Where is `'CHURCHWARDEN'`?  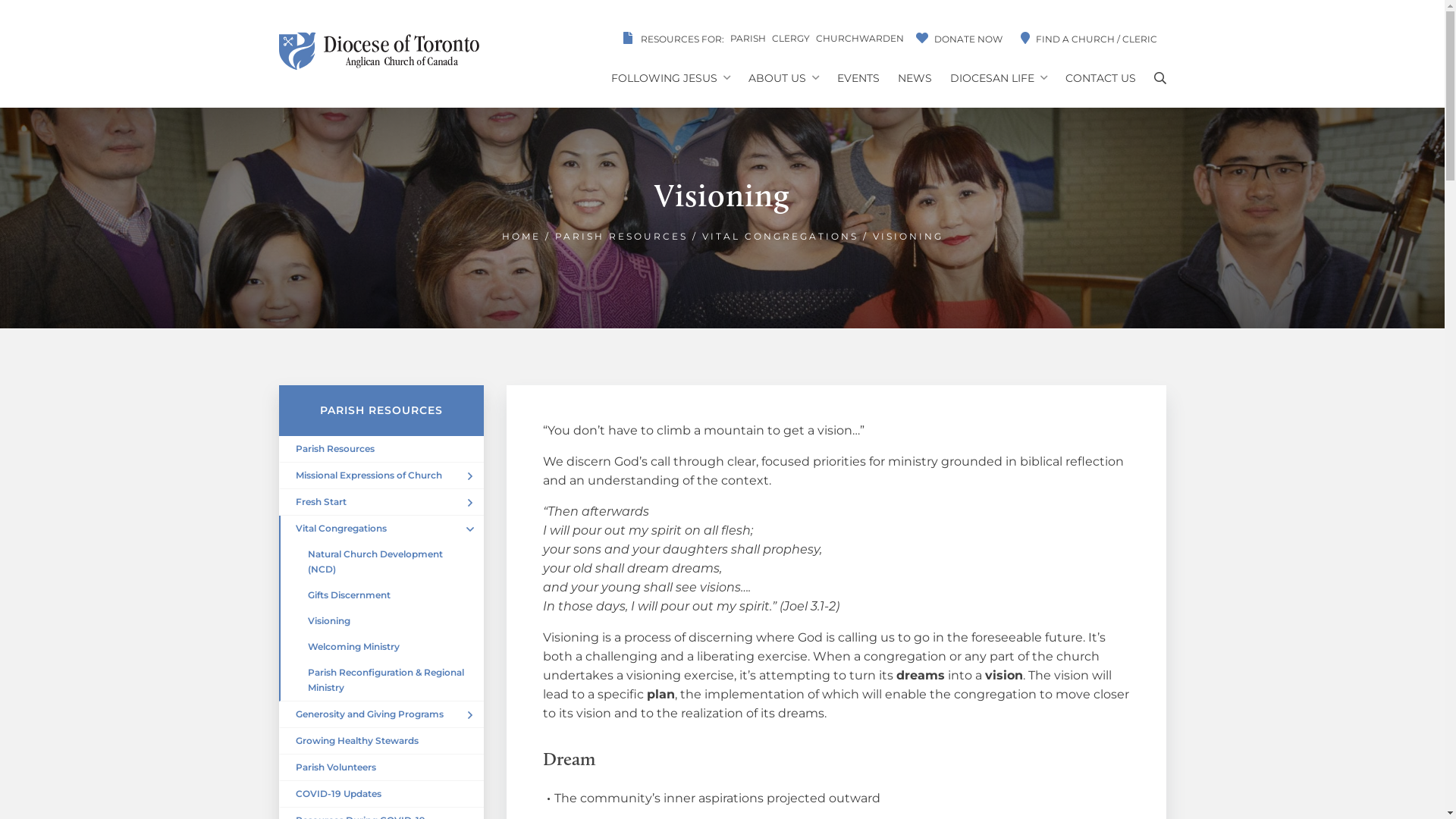
'CHURCHWARDEN' is located at coordinates (859, 37).